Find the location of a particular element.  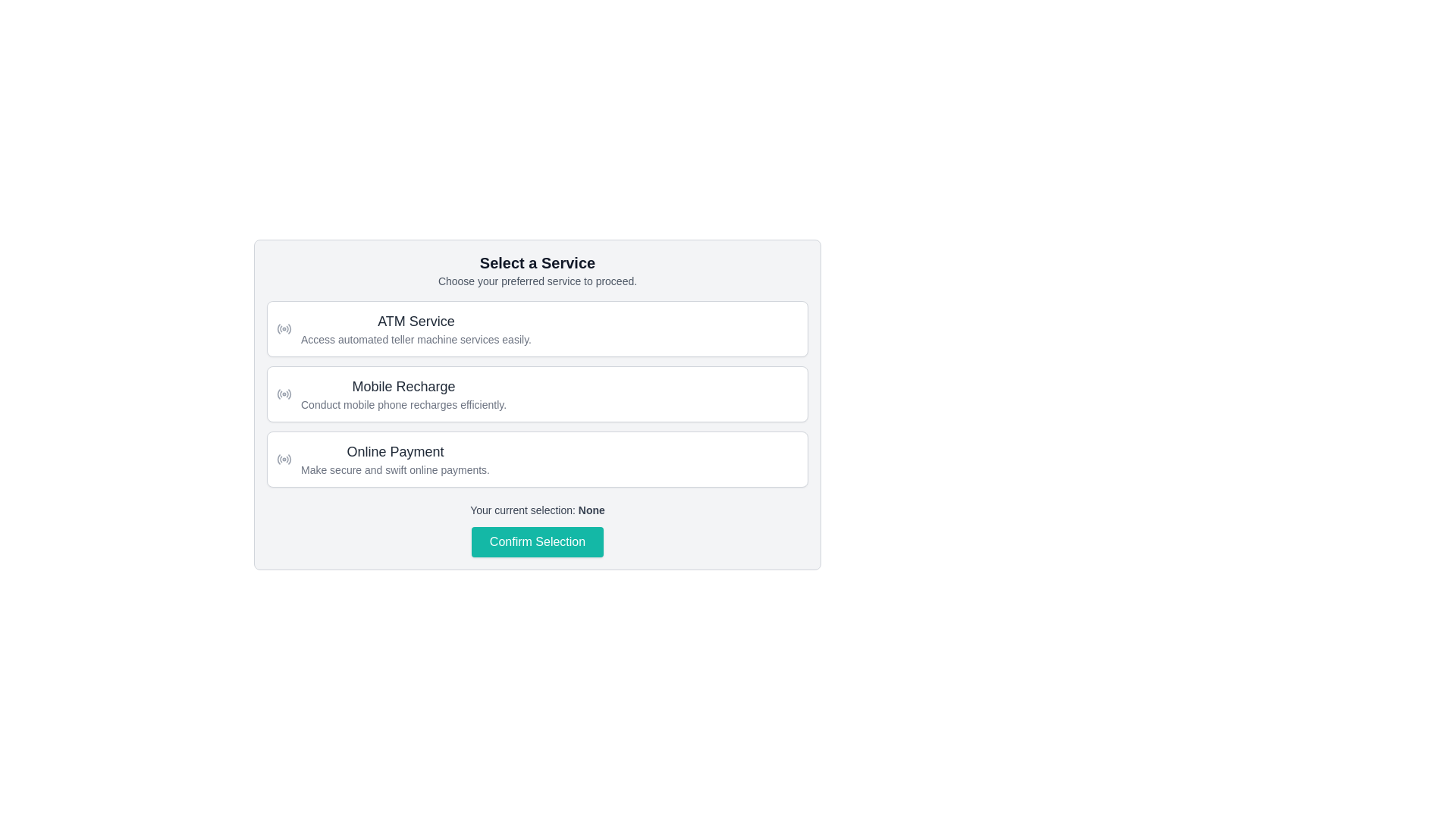

the area around the text label that describes the functionality of the service option is located at coordinates (416, 321).